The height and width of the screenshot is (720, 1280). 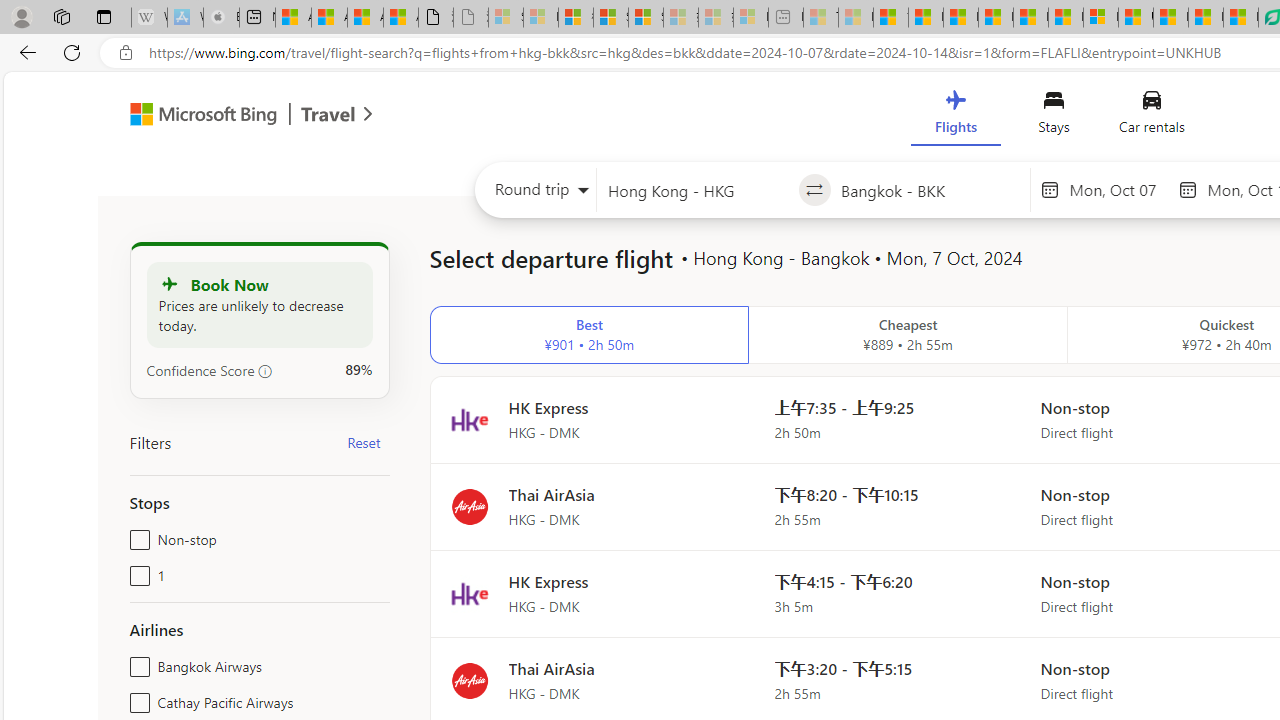 I want to click on 'Flights', so click(x=954, y=117).